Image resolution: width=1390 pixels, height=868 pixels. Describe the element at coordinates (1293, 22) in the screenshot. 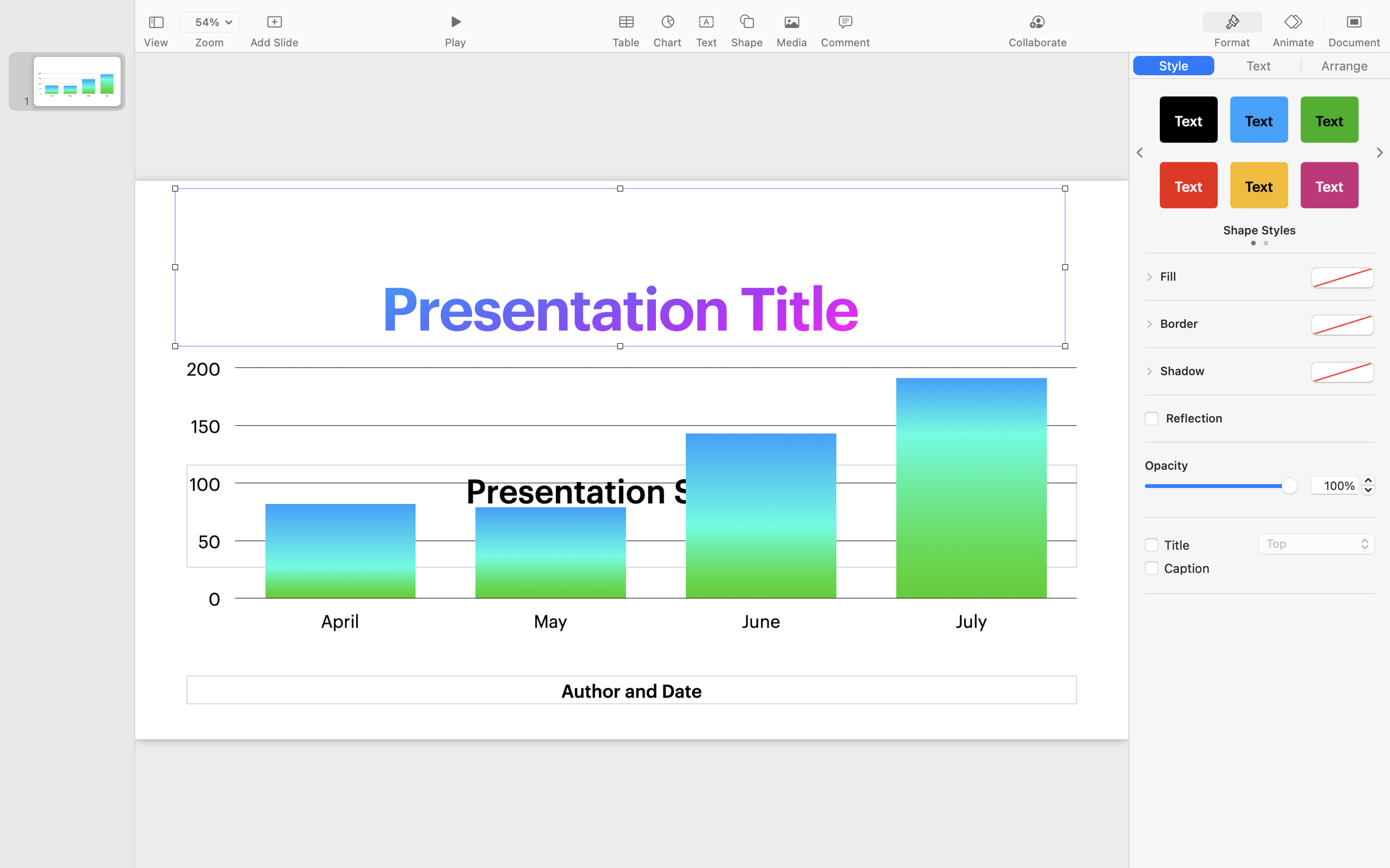

I see `'<AXUIElement 0x2a41f9e50> {pid=1697}'` at that location.